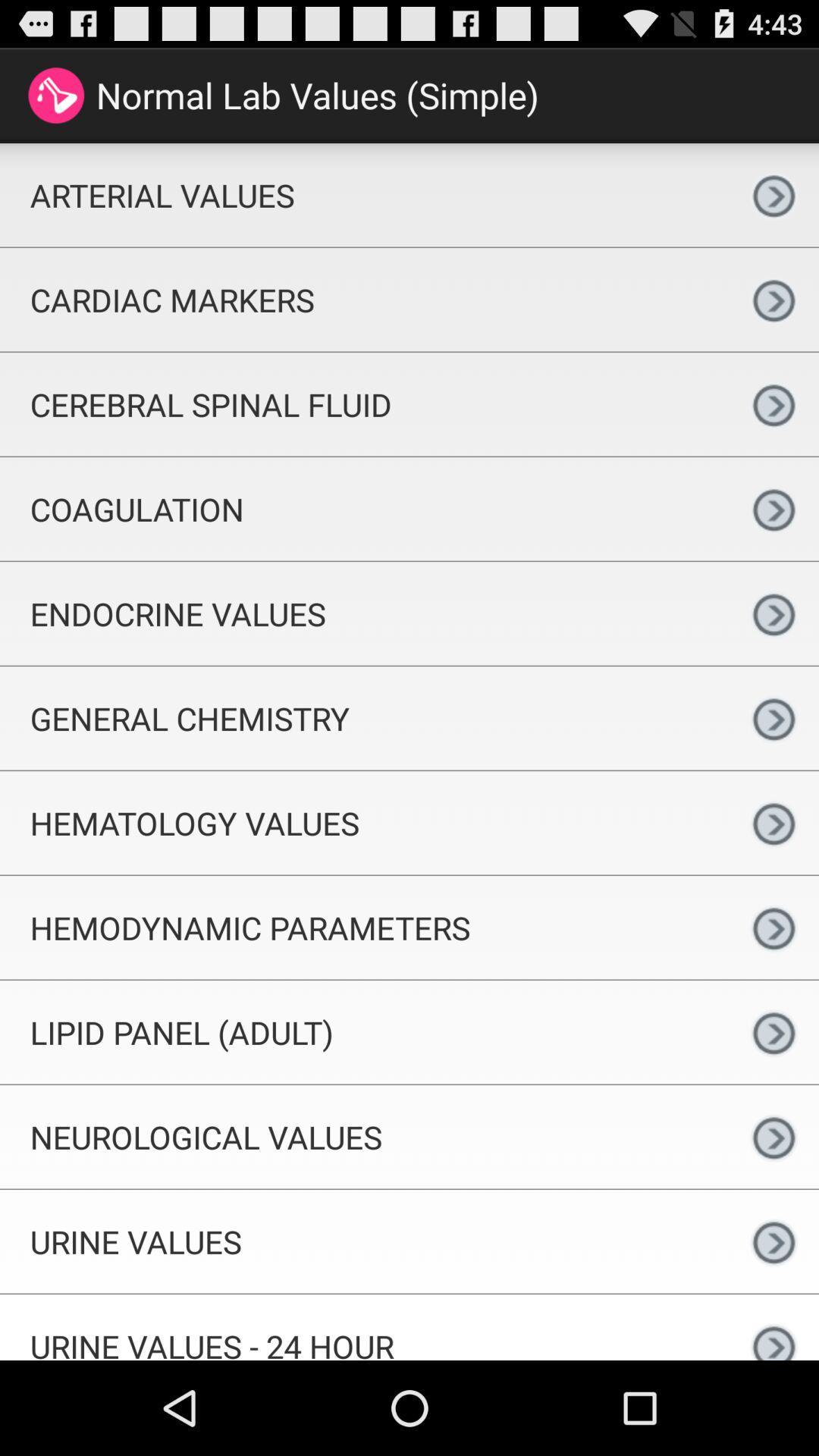 The height and width of the screenshot is (1456, 819). I want to click on the icon below hemodynamic parameters icon, so click(364, 1031).